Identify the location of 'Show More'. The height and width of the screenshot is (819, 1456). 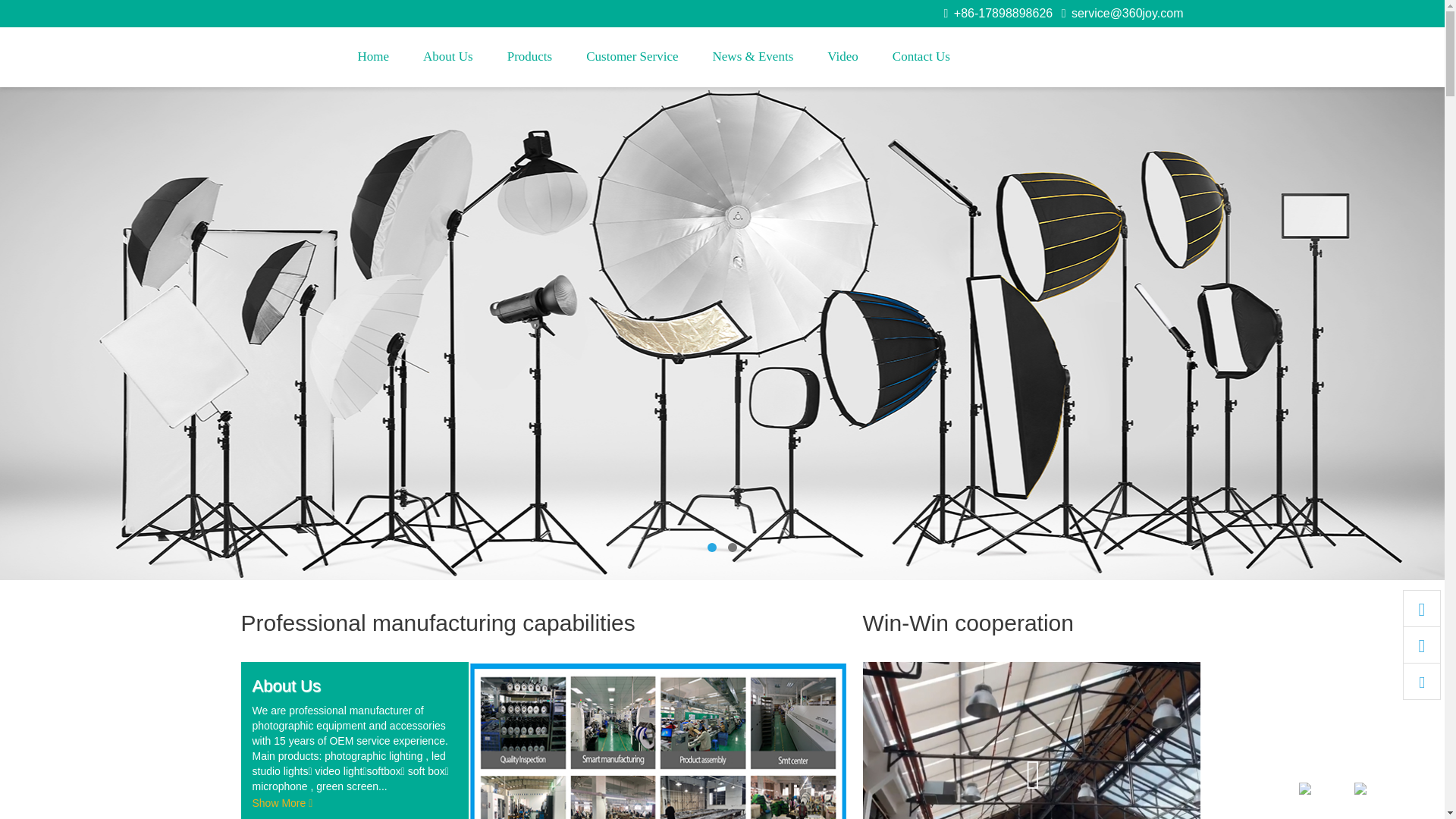
(281, 802).